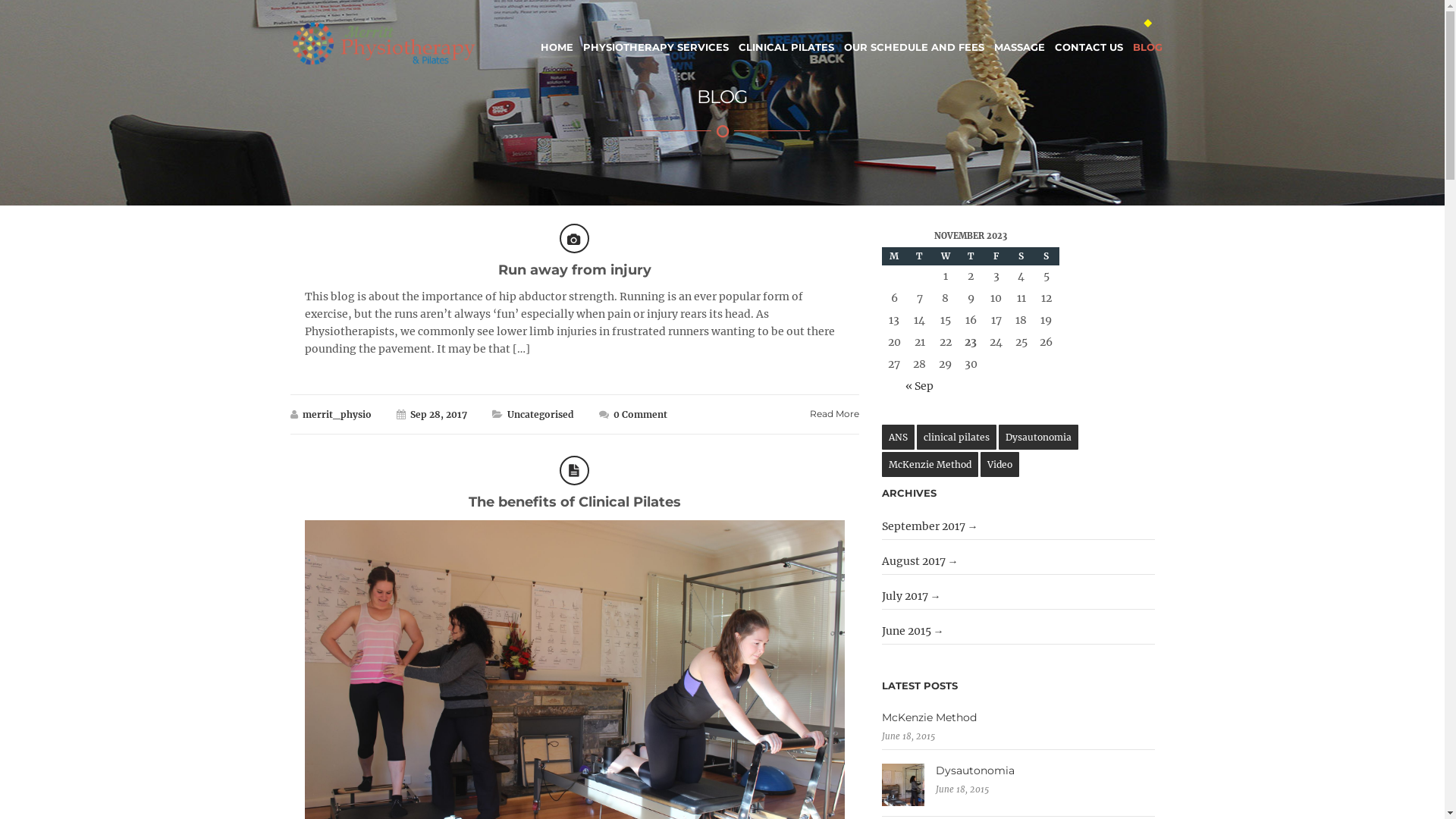  I want to click on 'CONTACT US', so click(1087, 37).